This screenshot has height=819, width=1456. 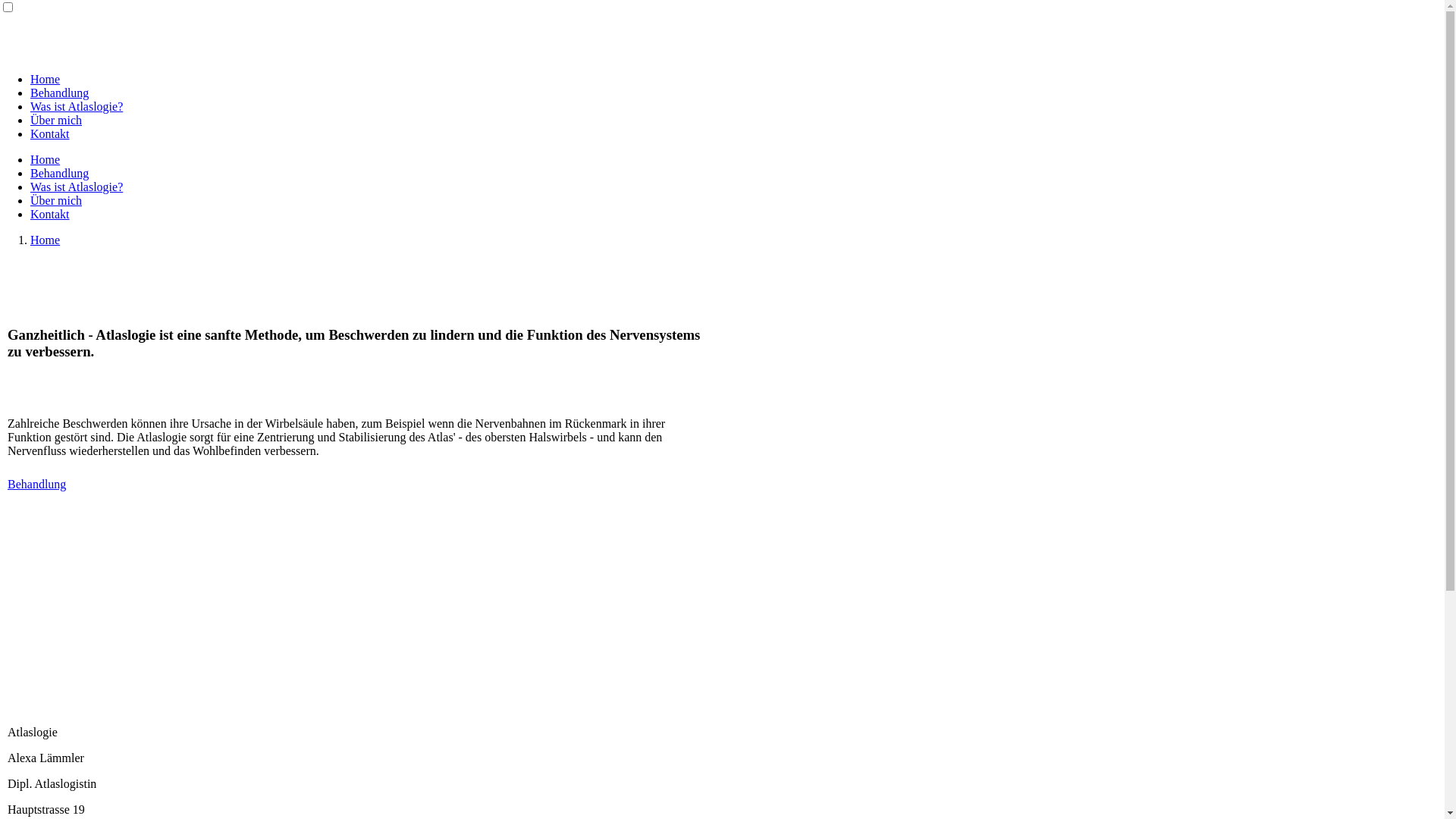 I want to click on 'Behandlung', so click(x=59, y=93).